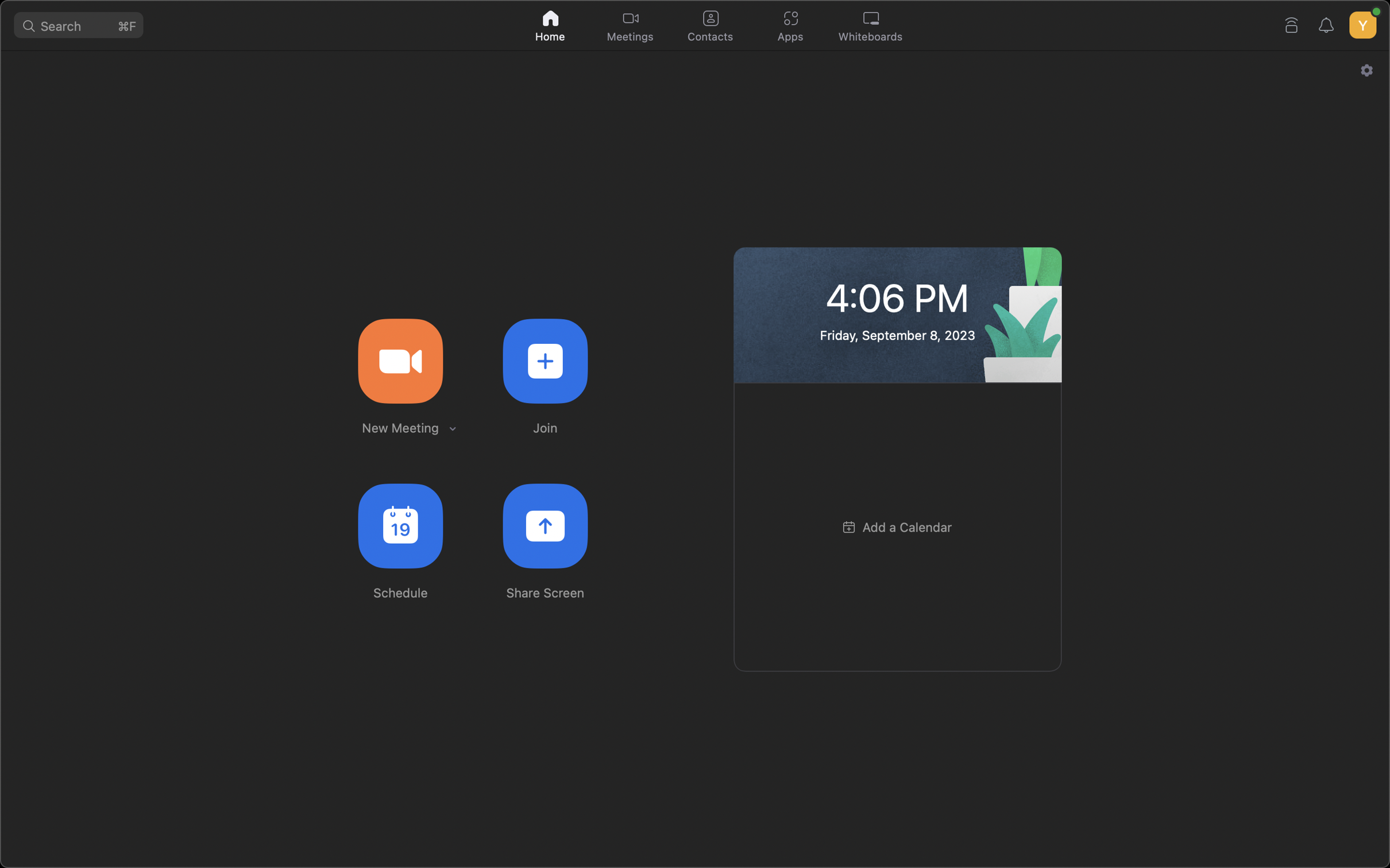  I want to click on Participate in a meeting using the code 123456789, so click(545, 359).